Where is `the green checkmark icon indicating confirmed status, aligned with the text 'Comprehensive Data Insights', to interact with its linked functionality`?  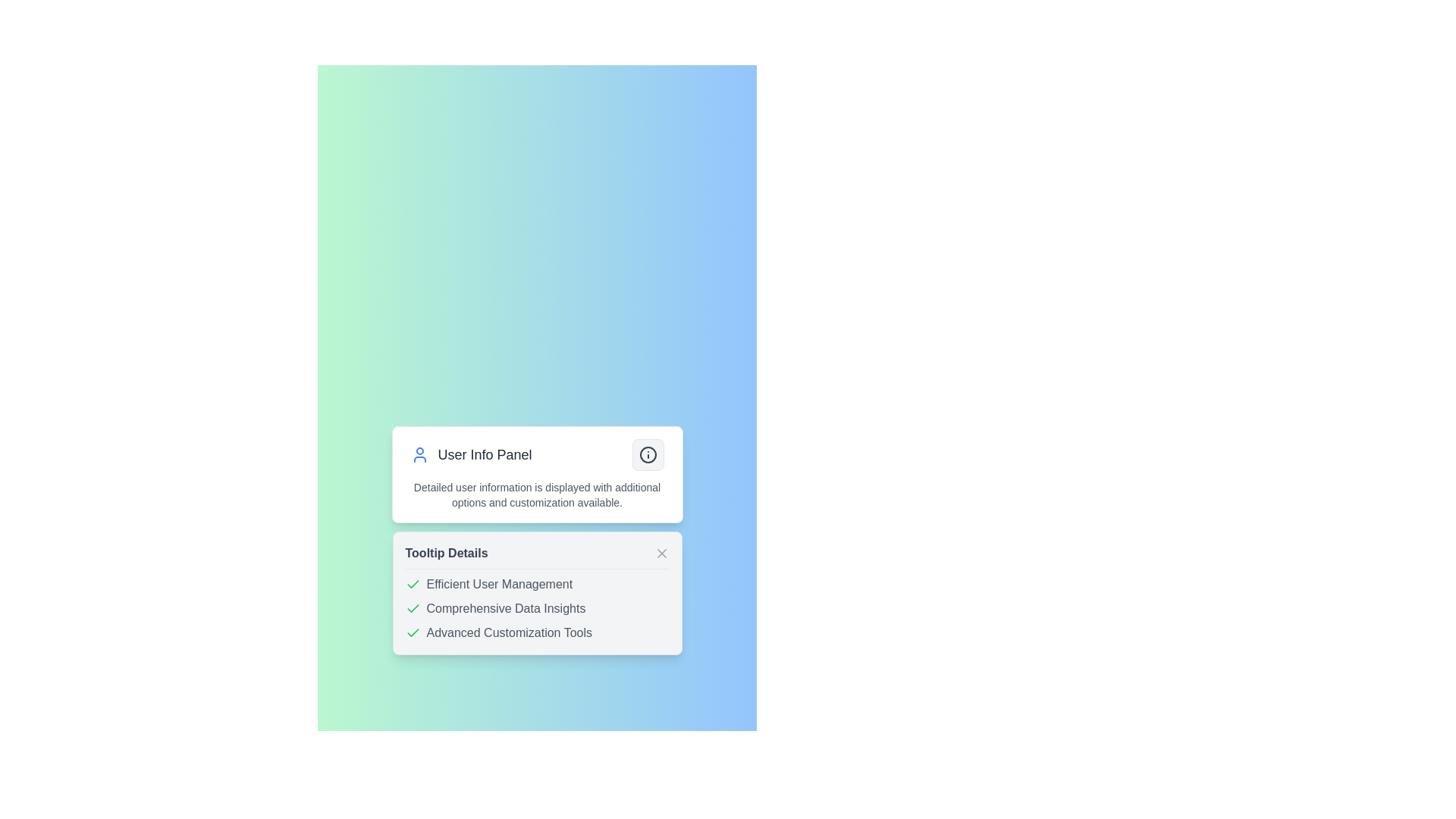
the green checkmark icon indicating confirmed status, aligned with the text 'Comprehensive Data Insights', to interact with its linked functionality is located at coordinates (413, 607).